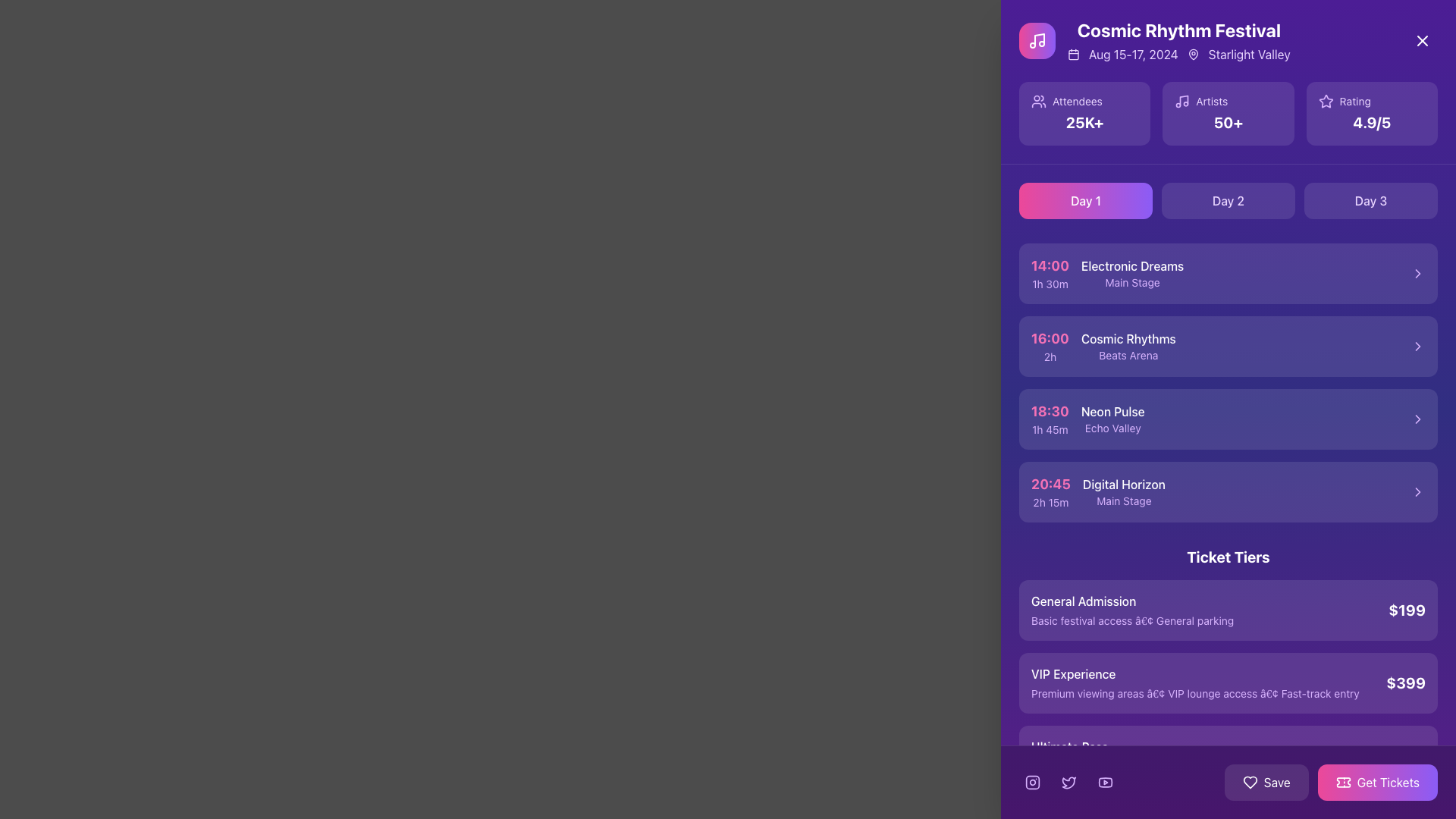 The width and height of the screenshot is (1456, 819). Describe the element at coordinates (1124, 500) in the screenshot. I see `the 'Main Stage' label, which is styled in a small, purple font and positioned below the 'Digital Horizon' label in the schedule list` at that location.